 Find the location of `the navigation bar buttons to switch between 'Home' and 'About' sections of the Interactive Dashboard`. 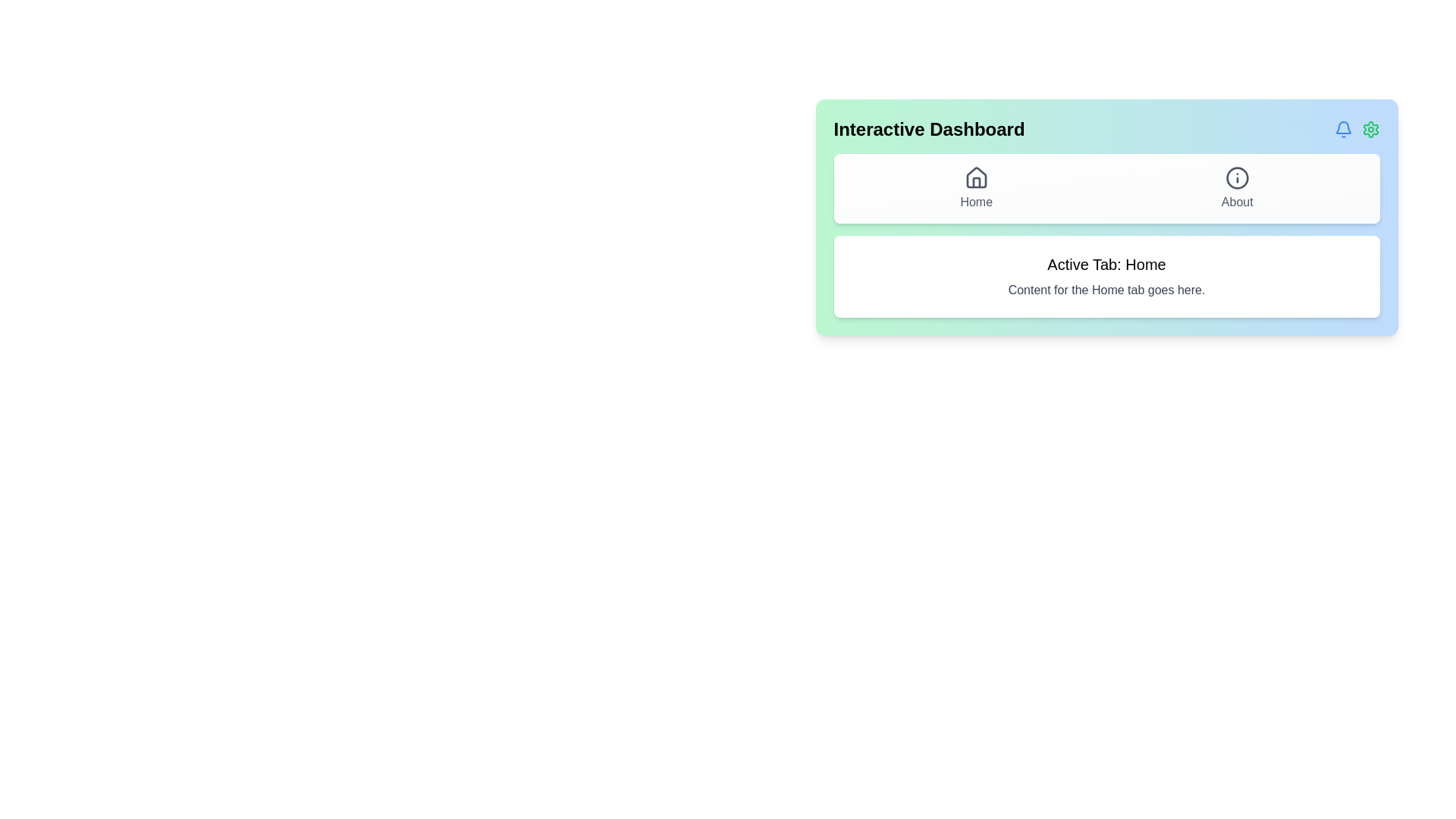

the navigation bar buttons to switch between 'Home' and 'About' sections of the Interactive Dashboard is located at coordinates (1106, 188).